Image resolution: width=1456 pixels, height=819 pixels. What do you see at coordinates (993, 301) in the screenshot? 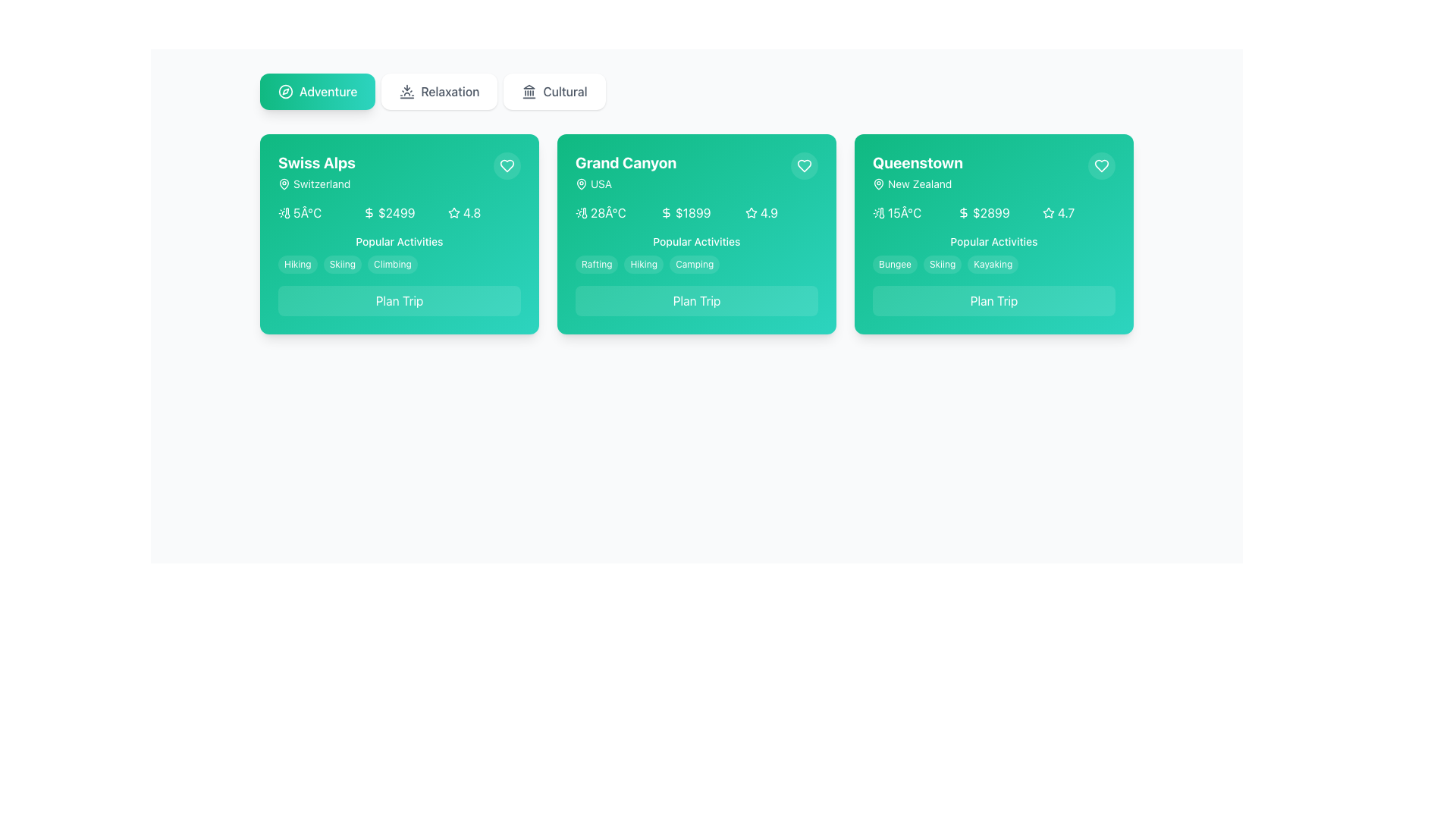
I see `the 'Plan Trip' button, which is a rectangular button with rounded corners and a soft green background located at the bottom of the 'Queenstown' section, directly below the 'Popular Activities' tags` at bounding box center [993, 301].